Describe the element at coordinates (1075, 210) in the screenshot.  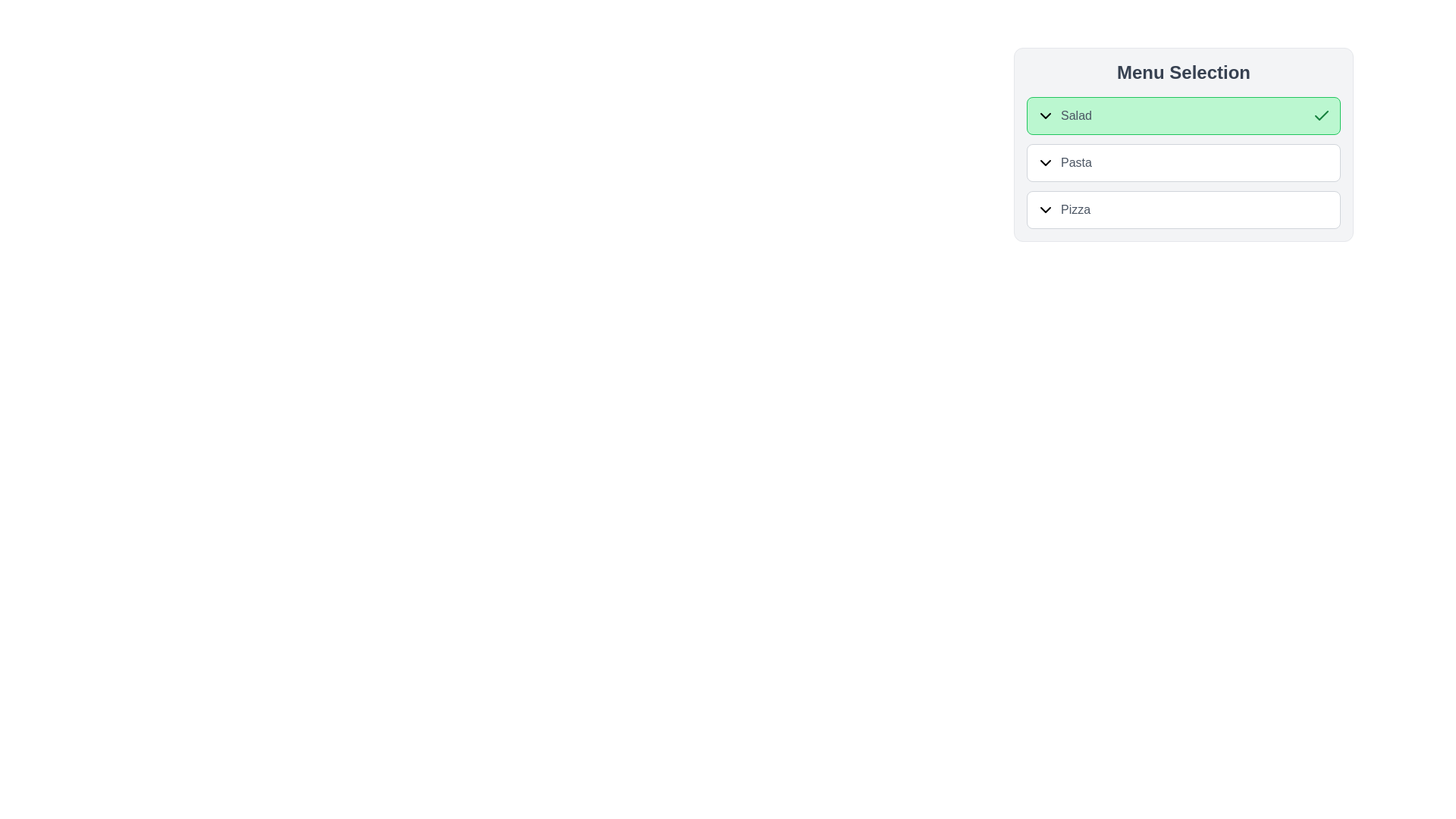
I see `the text label displaying 'Pizza', which is a medium gray font located next to a chevron-down icon in the menu layout` at that location.